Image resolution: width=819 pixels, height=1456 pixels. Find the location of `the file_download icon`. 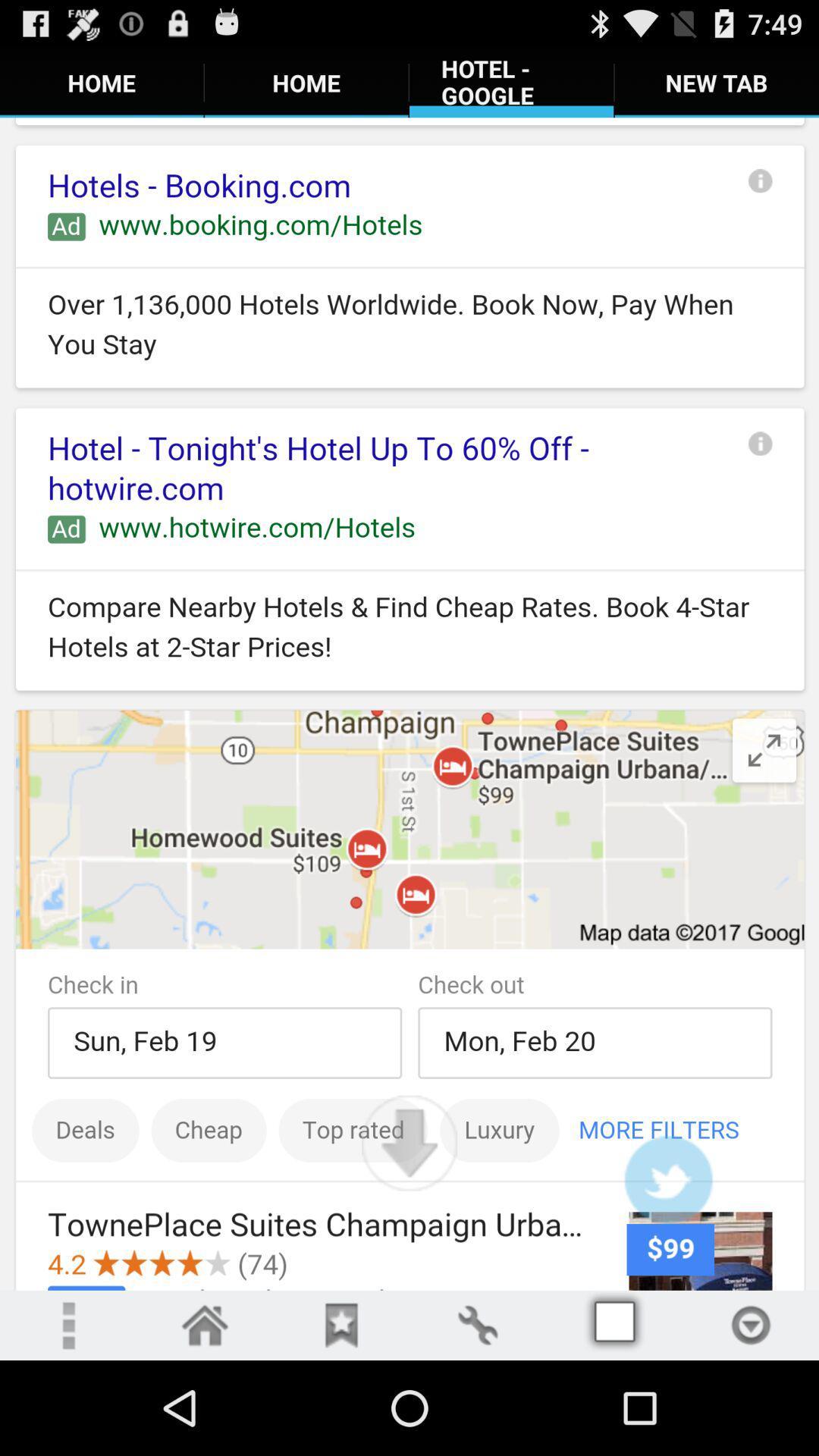

the file_download icon is located at coordinates (409, 1223).